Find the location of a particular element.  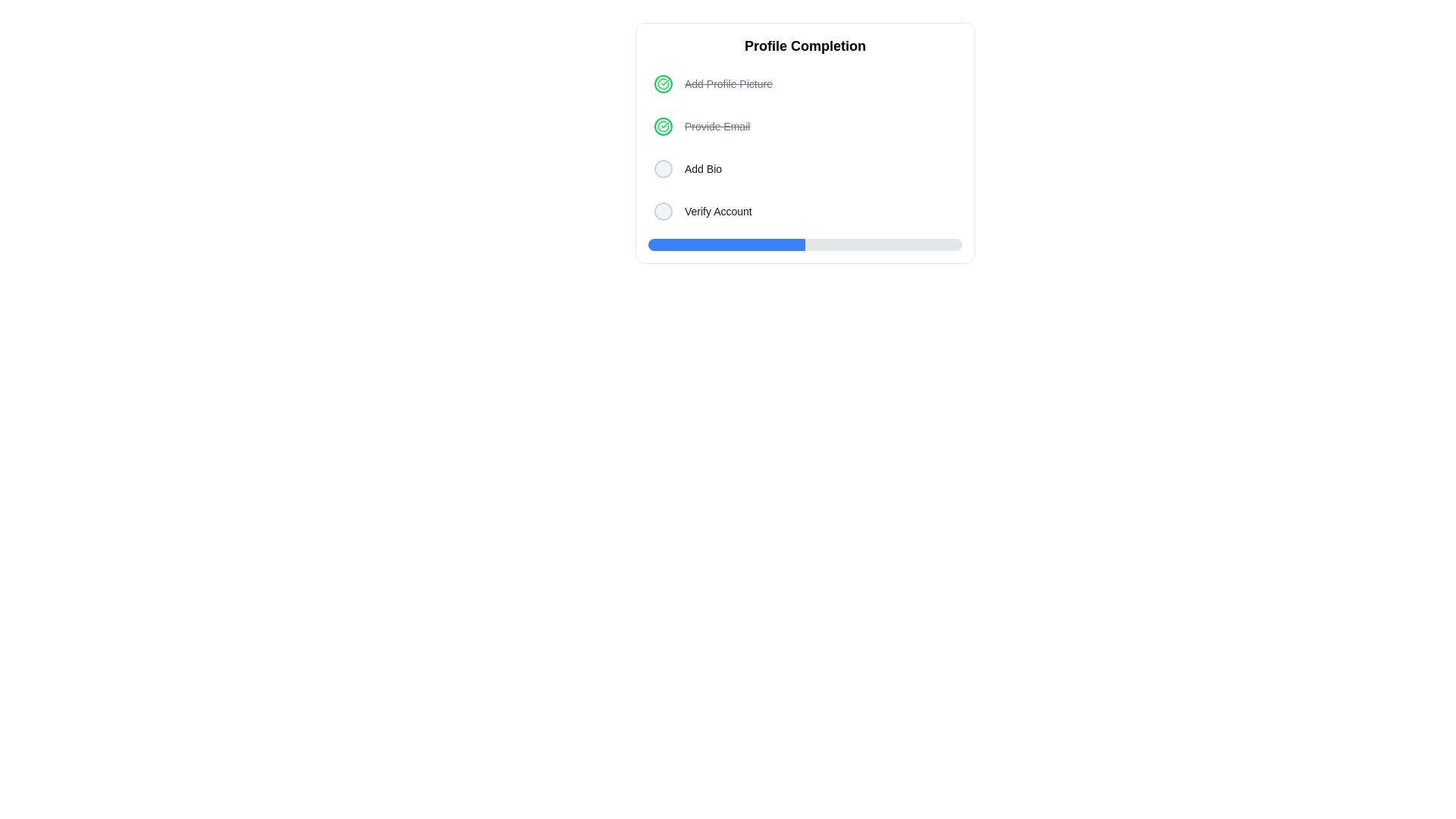

the 'Add Bio' text block in the Profile Completion checklist, which is styled in medium weight, small size, and dark gray color on a light background is located at coordinates (702, 169).